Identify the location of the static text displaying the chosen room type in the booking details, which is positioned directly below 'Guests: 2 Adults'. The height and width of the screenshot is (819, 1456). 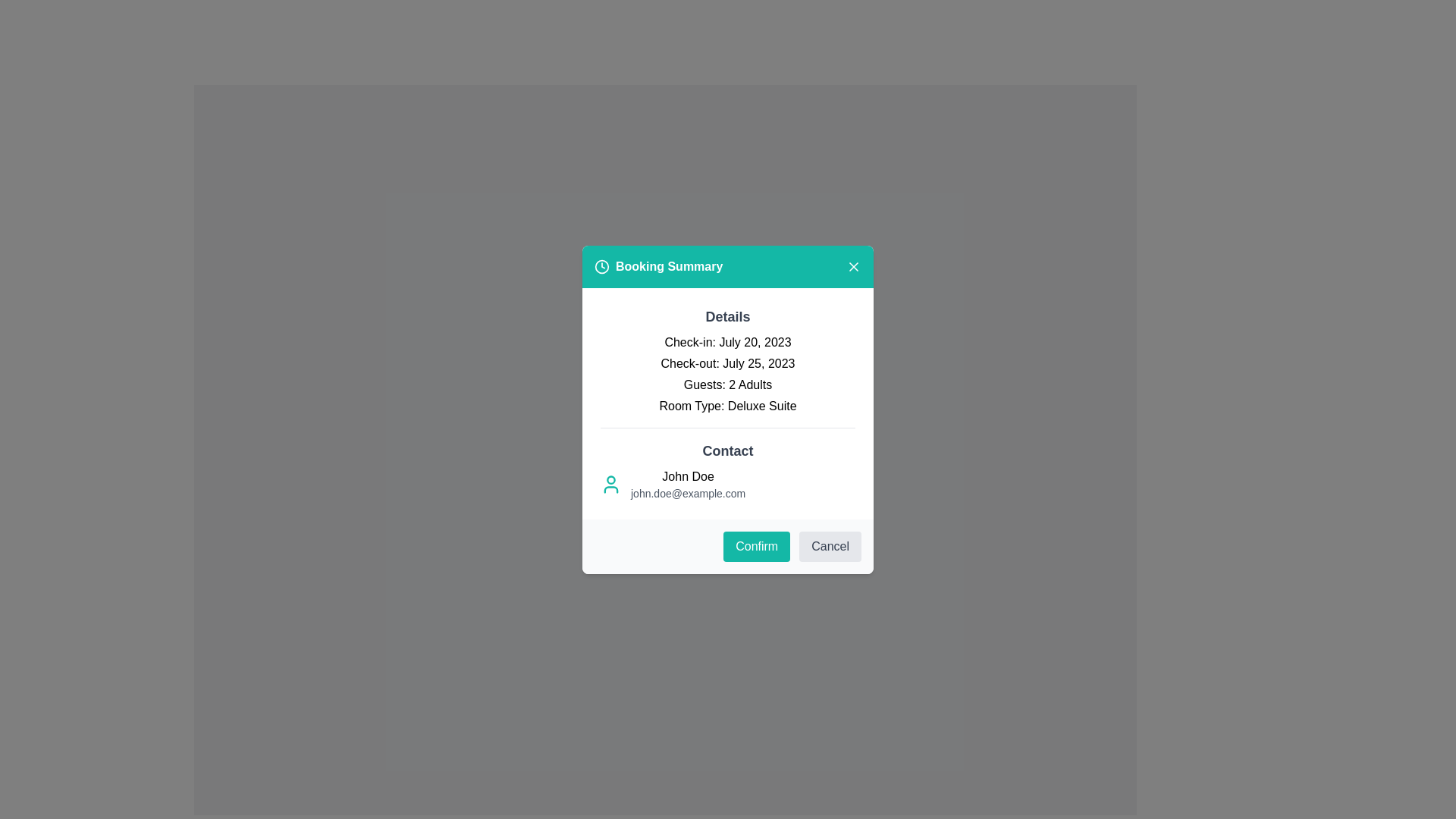
(728, 405).